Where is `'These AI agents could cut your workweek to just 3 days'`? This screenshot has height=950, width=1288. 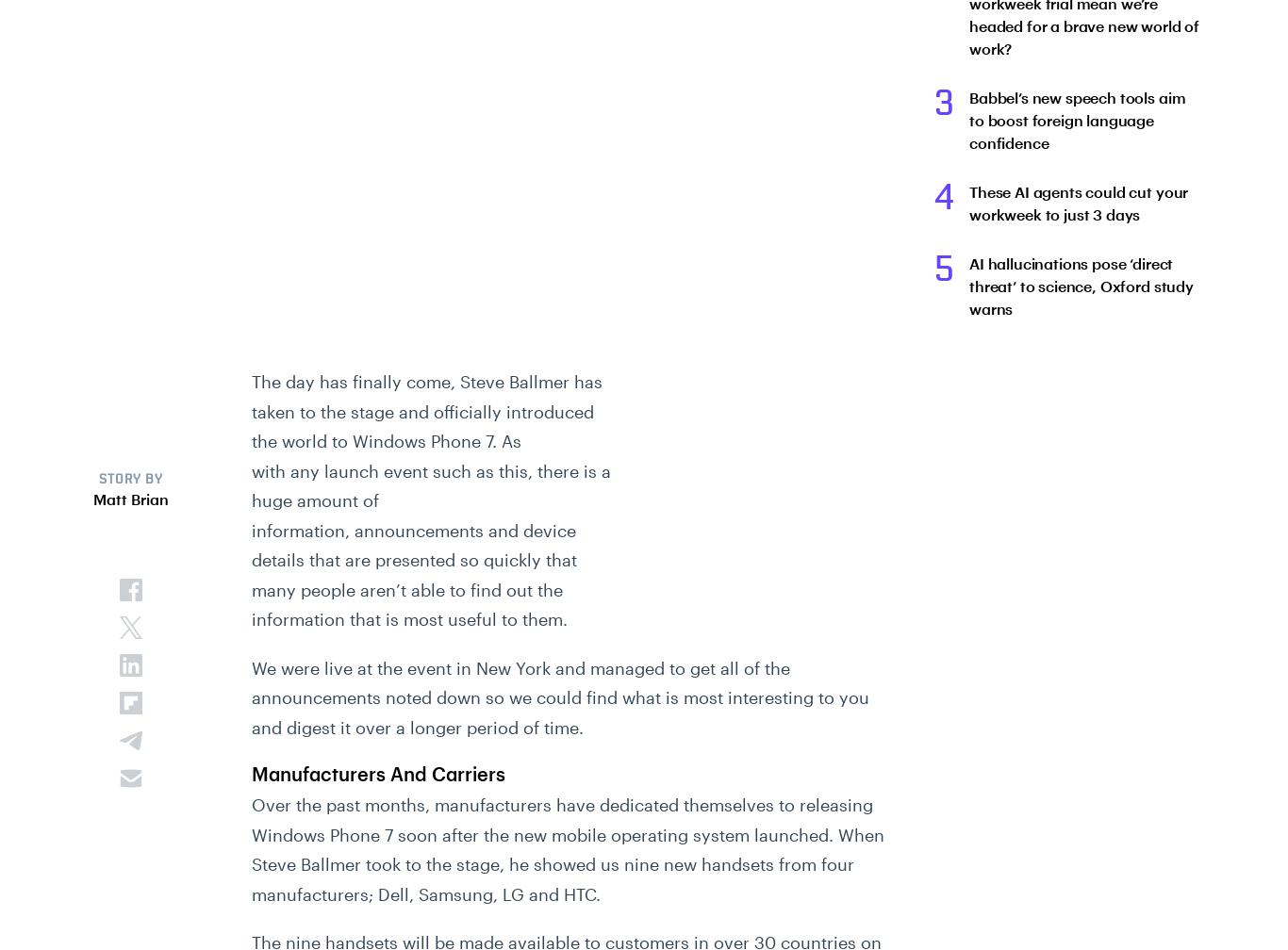
'These AI agents could cut your workweek to just 3 days' is located at coordinates (1079, 203).